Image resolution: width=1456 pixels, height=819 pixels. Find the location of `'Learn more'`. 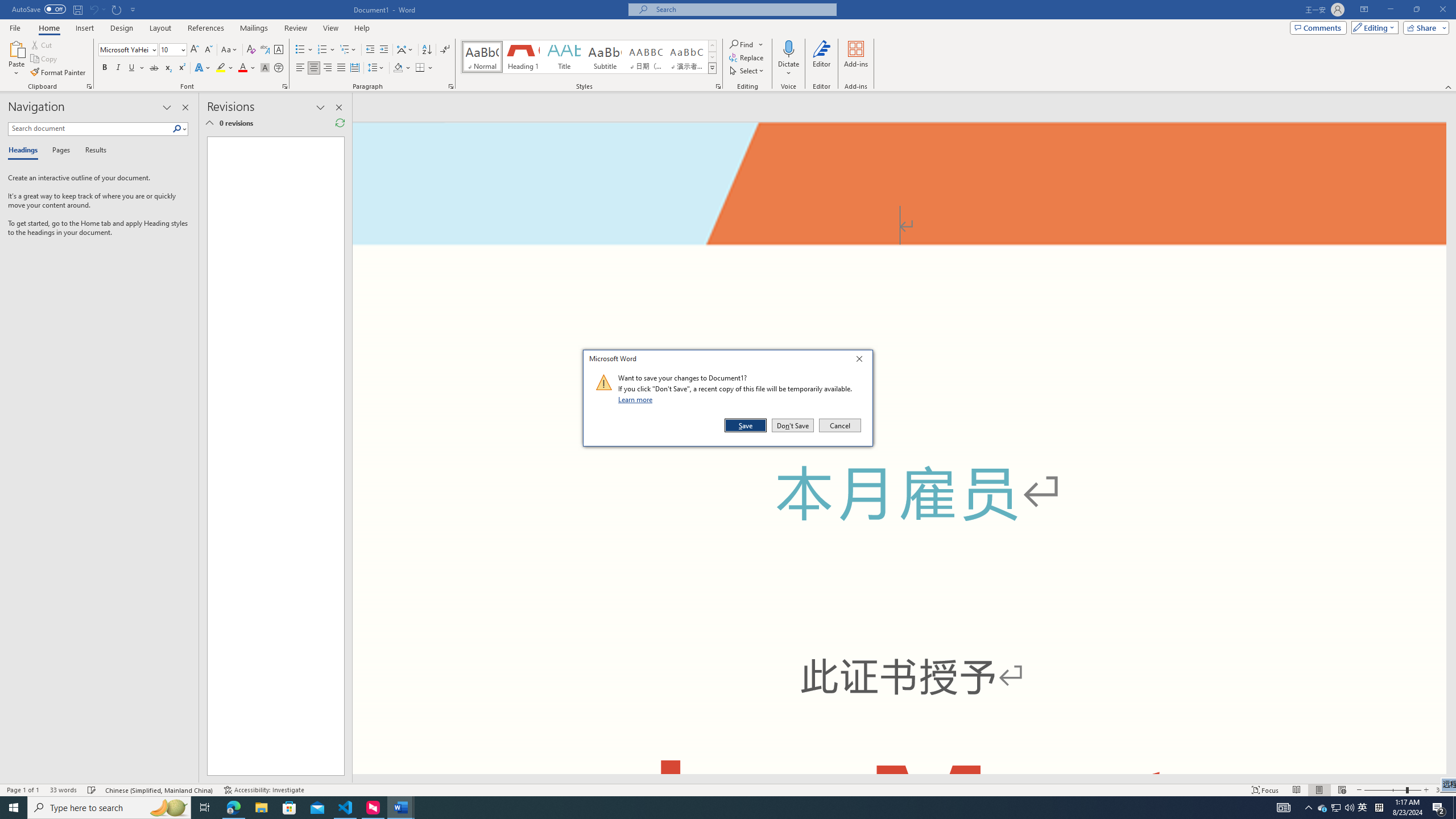

'Learn more' is located at coordinates (637, 399).